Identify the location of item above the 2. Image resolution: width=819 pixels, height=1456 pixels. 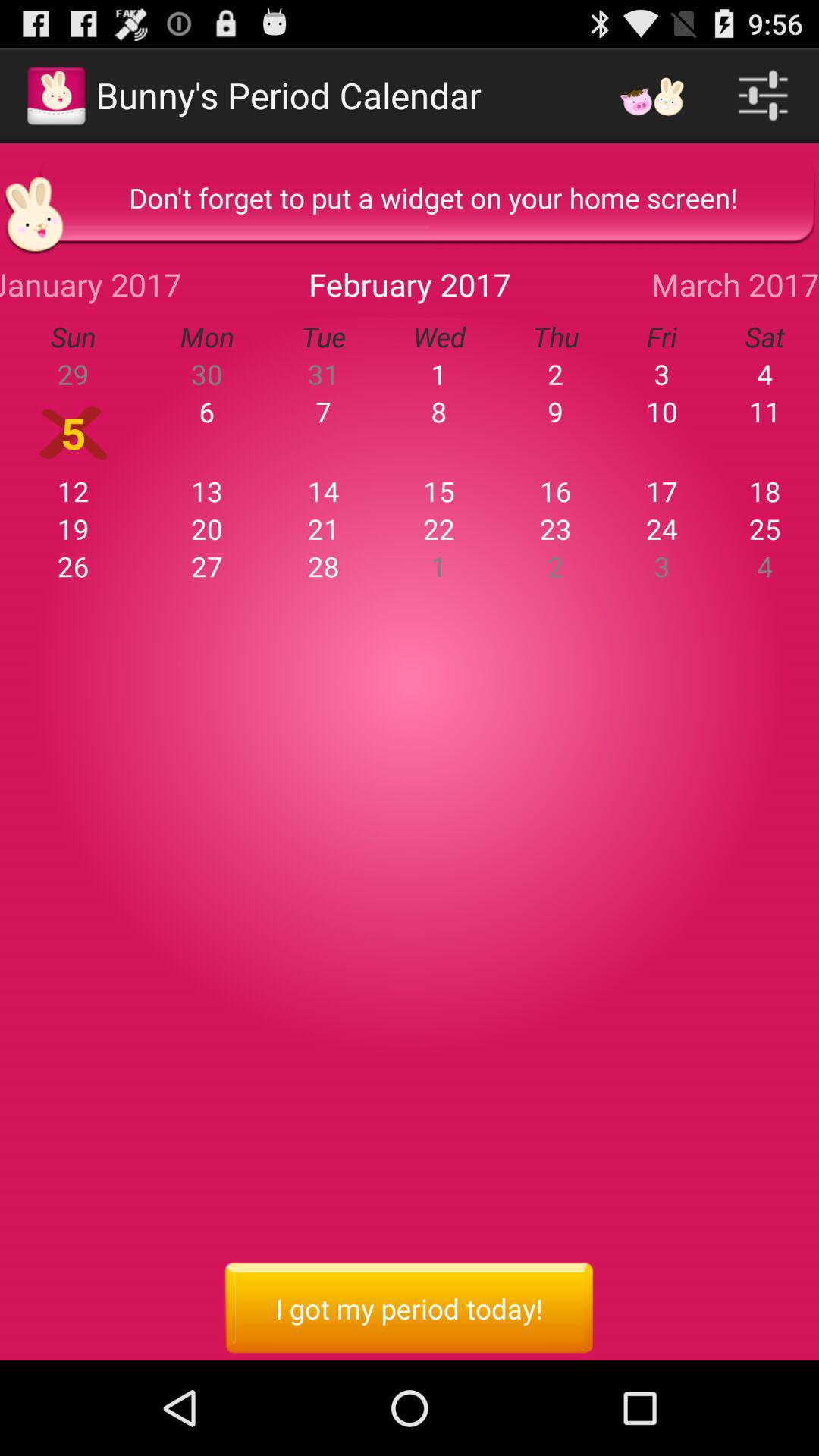
(661, 529).